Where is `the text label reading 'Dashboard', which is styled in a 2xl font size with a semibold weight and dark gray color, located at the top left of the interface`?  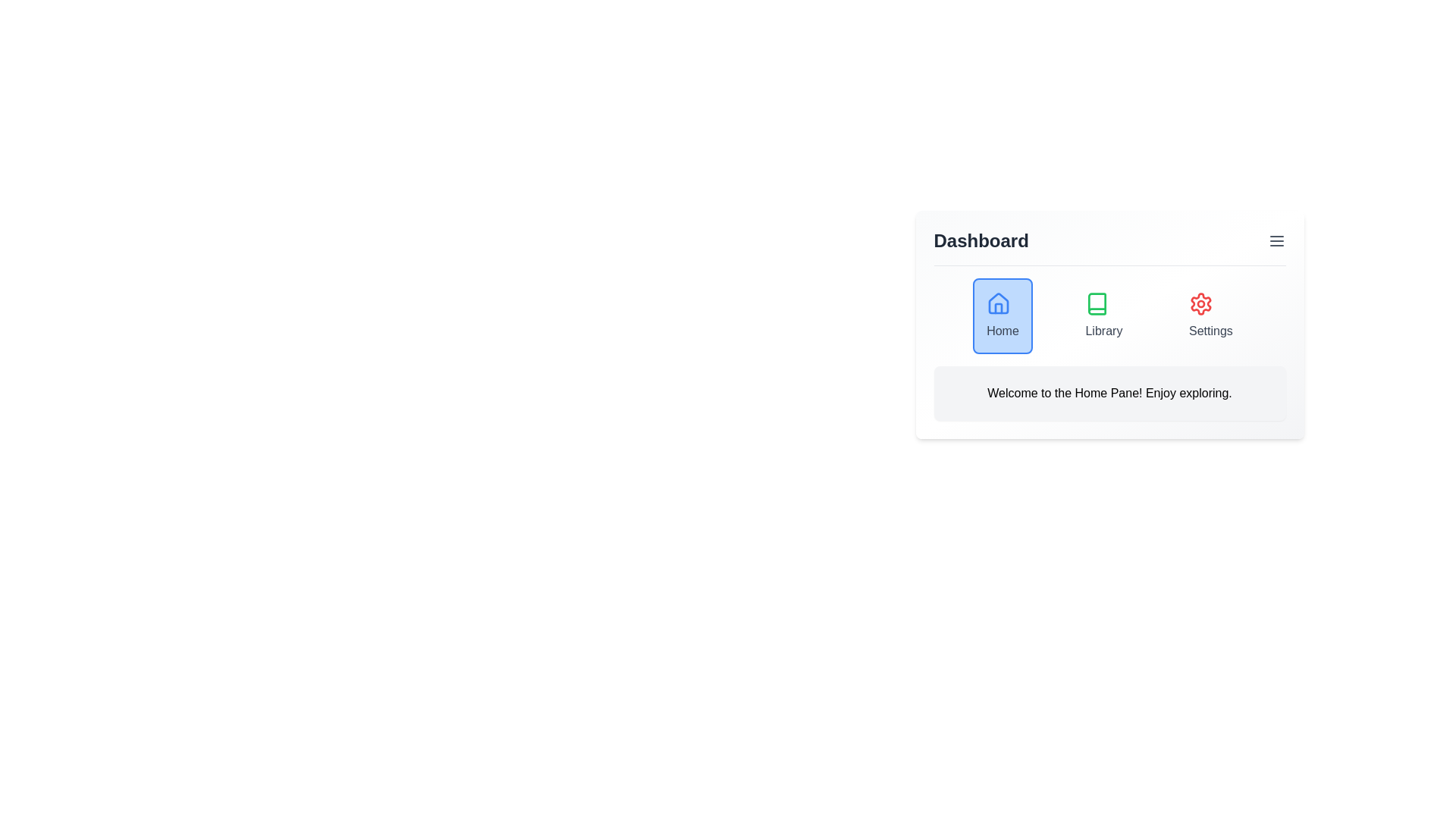
the text label reading 'Dashboard', which is styled in a 2xl font size with a semibold weight and dark gray color, located at the top left of the interface is located at coordinates (981, 240).